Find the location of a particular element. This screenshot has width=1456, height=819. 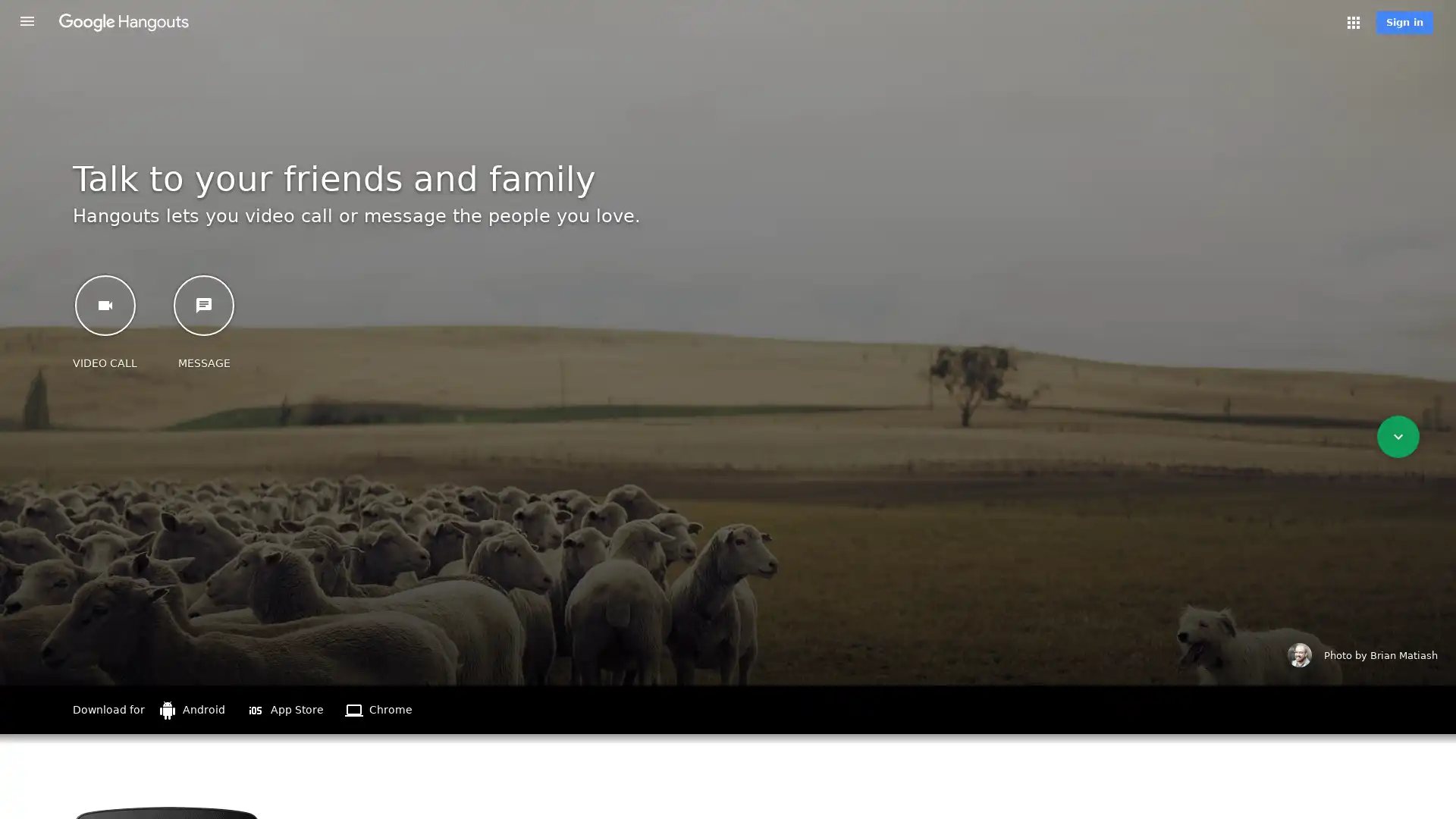

Google apps is located at coordinates (1354, 23).